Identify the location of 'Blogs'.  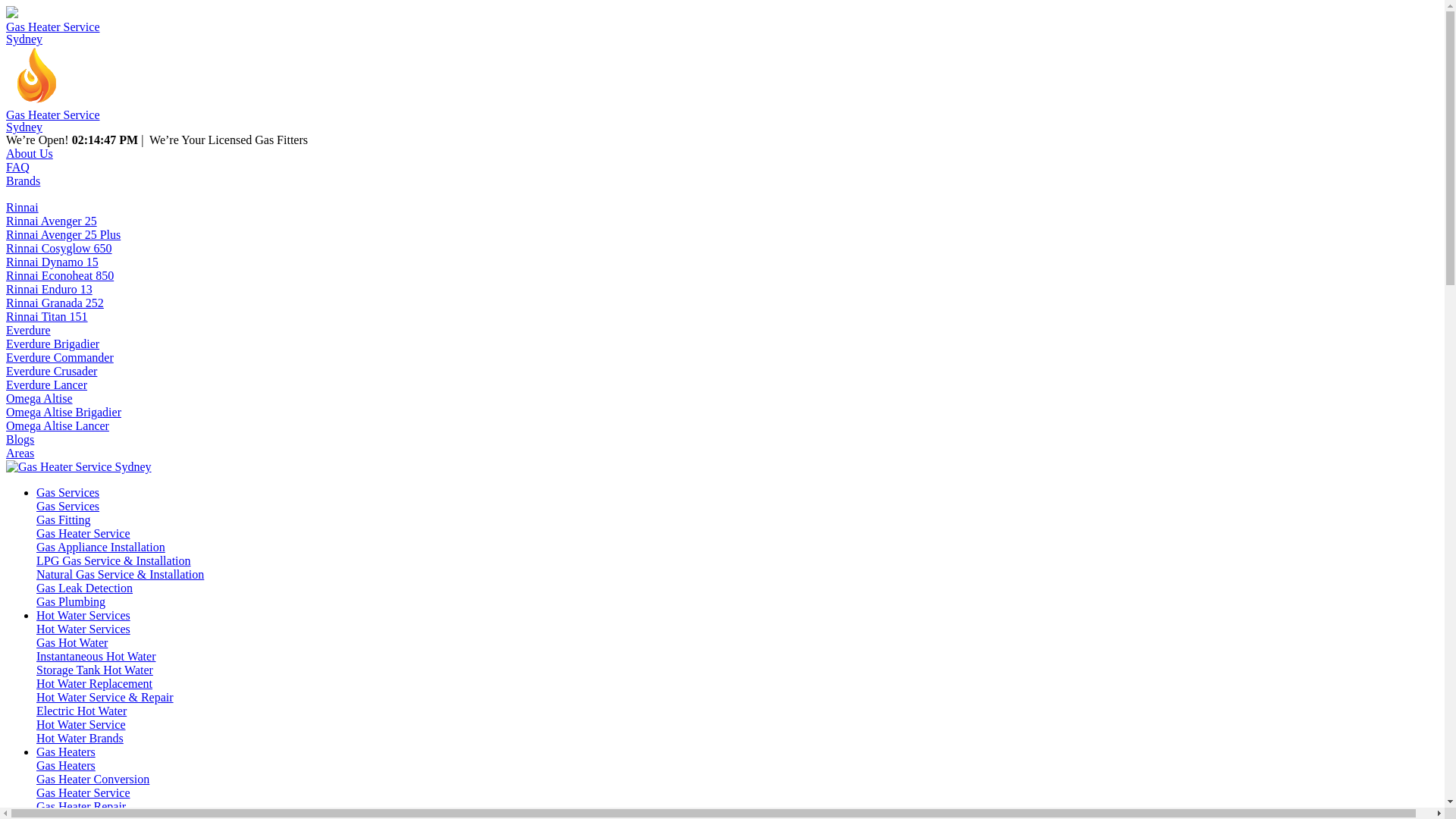
(20, 439).